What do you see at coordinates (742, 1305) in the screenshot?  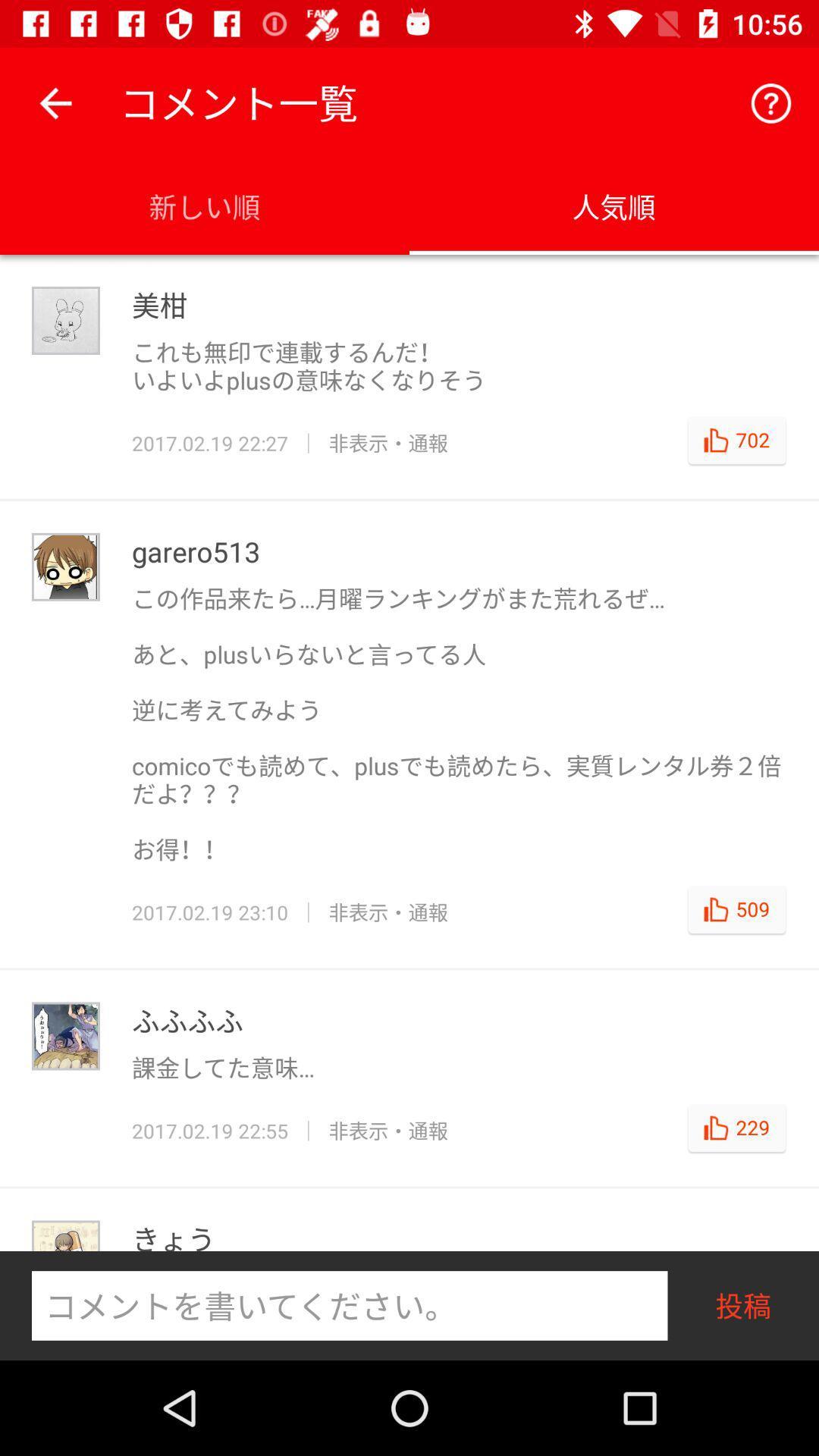 I see `the text which is right to the text field at the bottom right corner` at bounding box center [742, 1305].